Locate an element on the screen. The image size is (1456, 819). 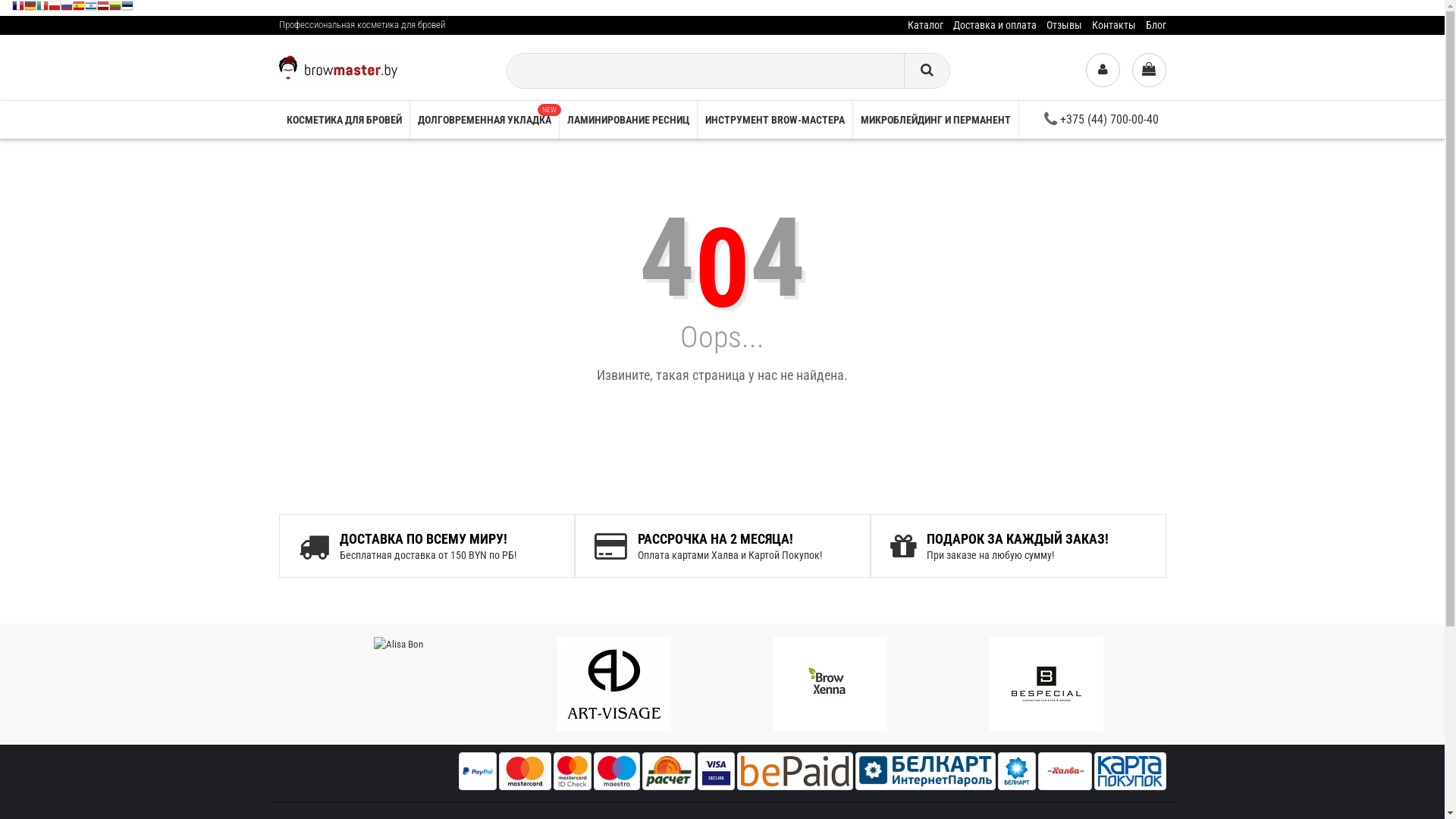
'bepaid' is located at coordinates (794, 771).